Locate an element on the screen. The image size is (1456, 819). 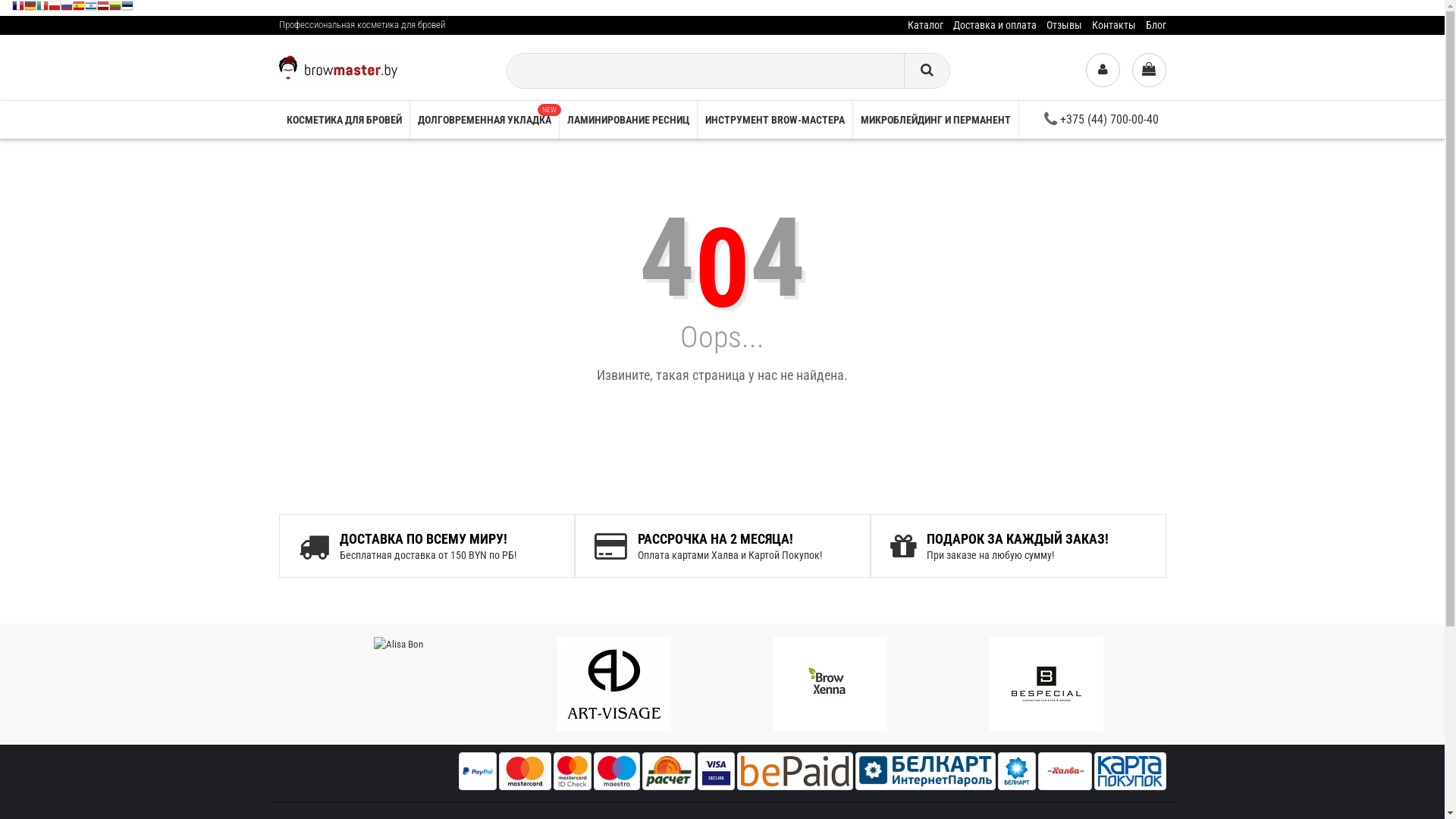
'bepaid' is located at coordinates (794, 771).